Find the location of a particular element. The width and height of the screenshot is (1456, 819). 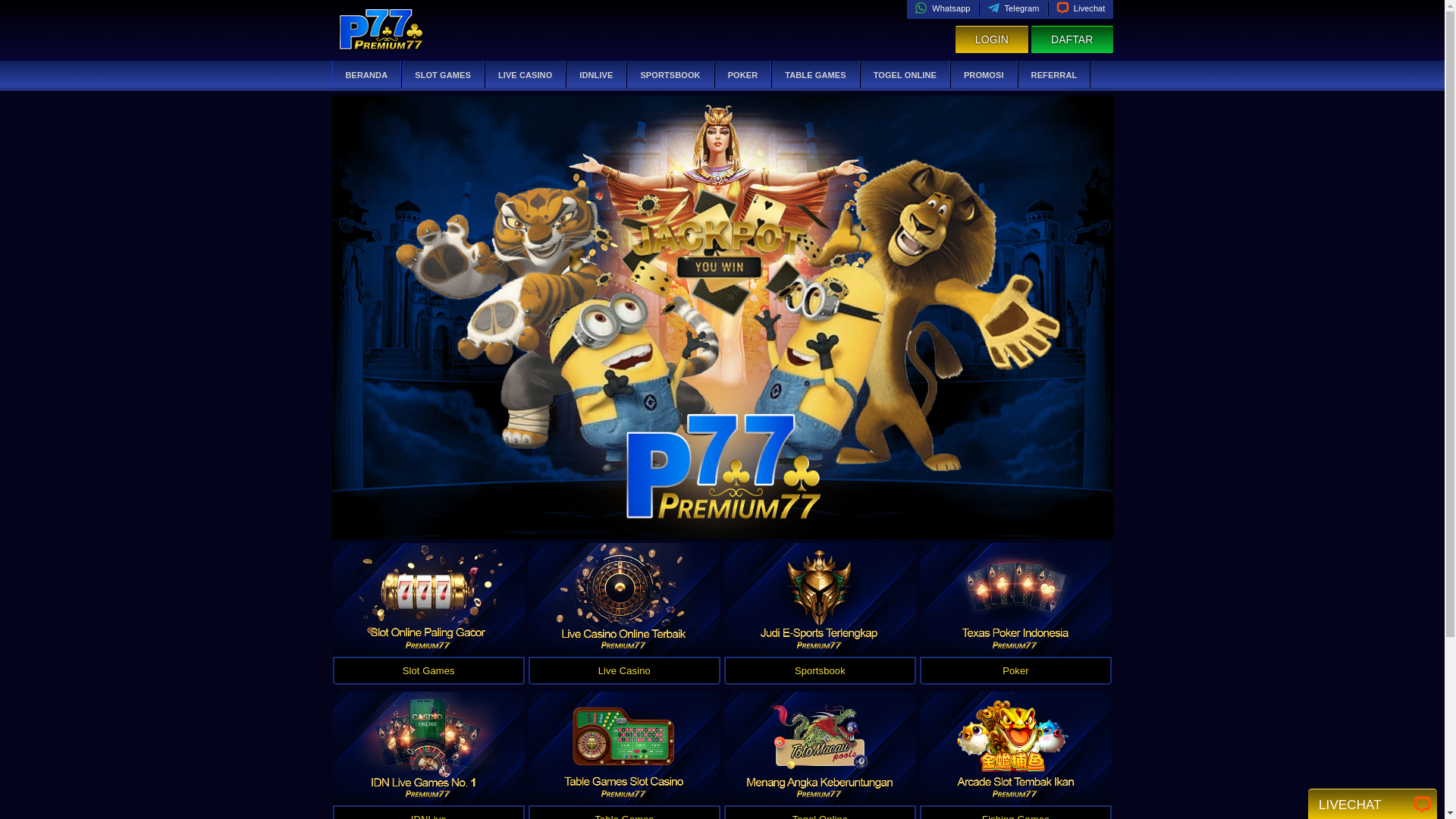

'BERANDA' is located at coordinates (366, 75).